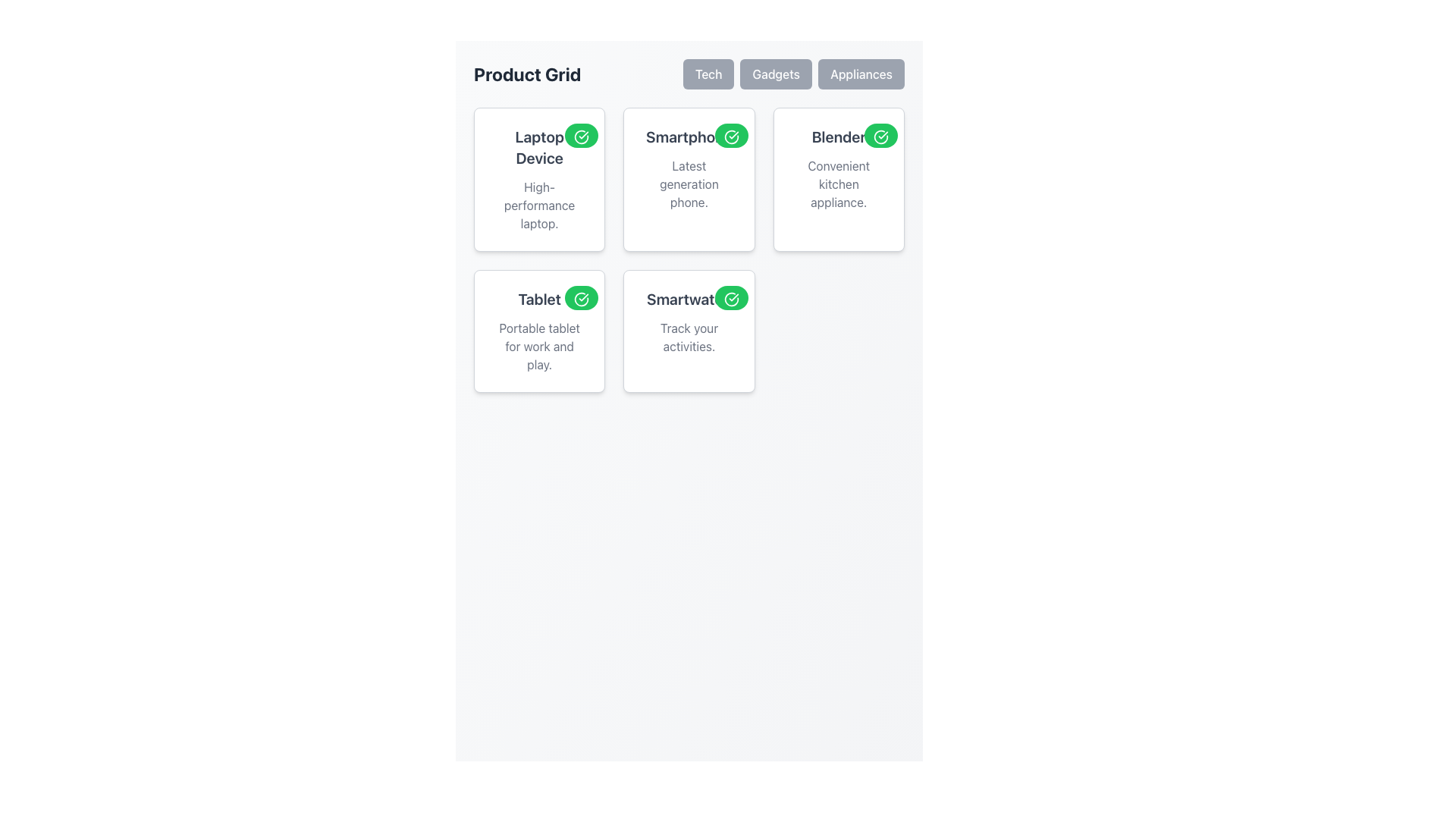  Describe the element at coordinates (688, 249) in the screenshot. I see `the smartphone card, which is the second card in the first row of the product grid` at that location.